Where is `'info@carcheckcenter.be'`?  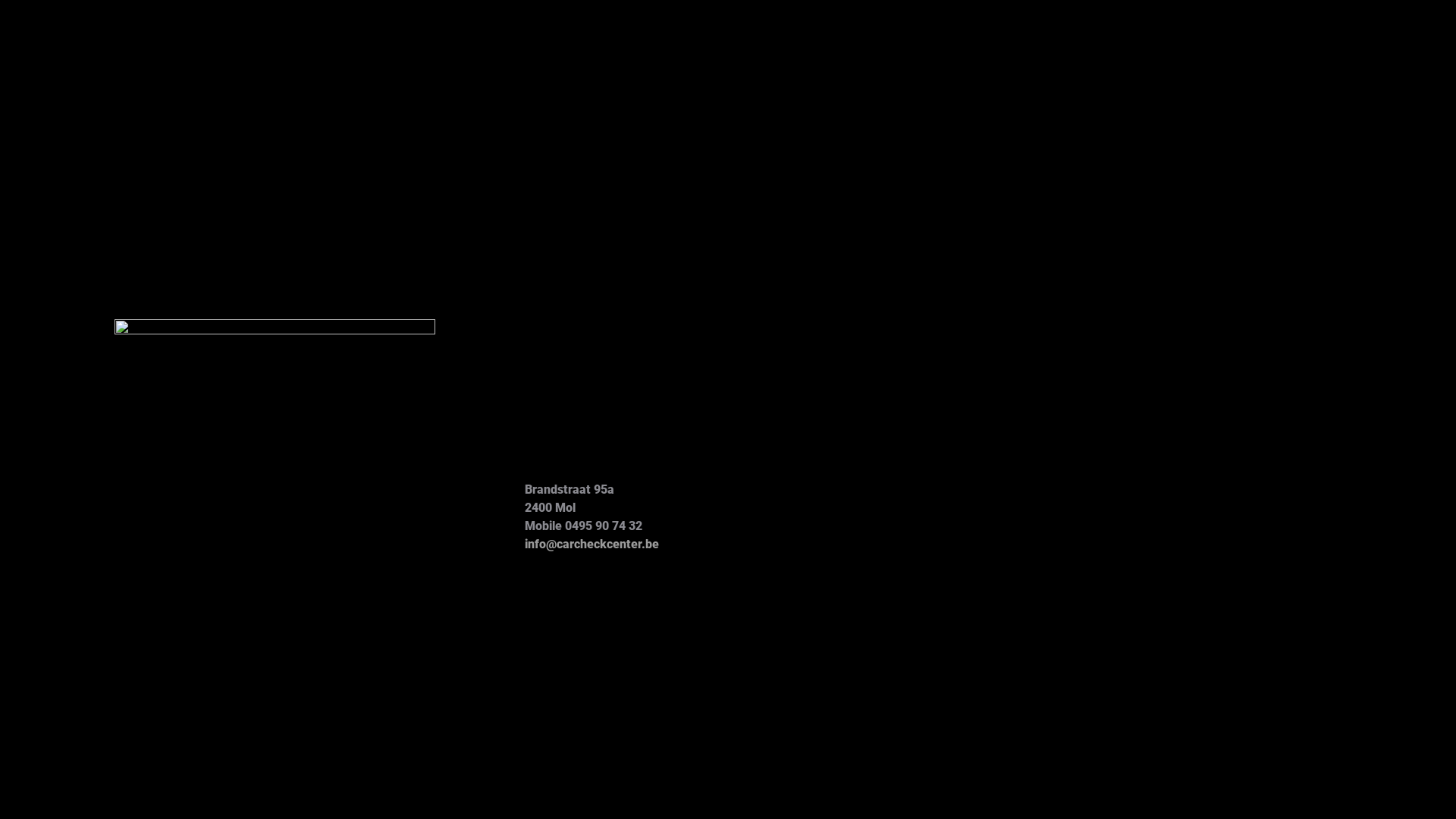 'info@carcheckcenter.be' is located at coordinates (591, 543).